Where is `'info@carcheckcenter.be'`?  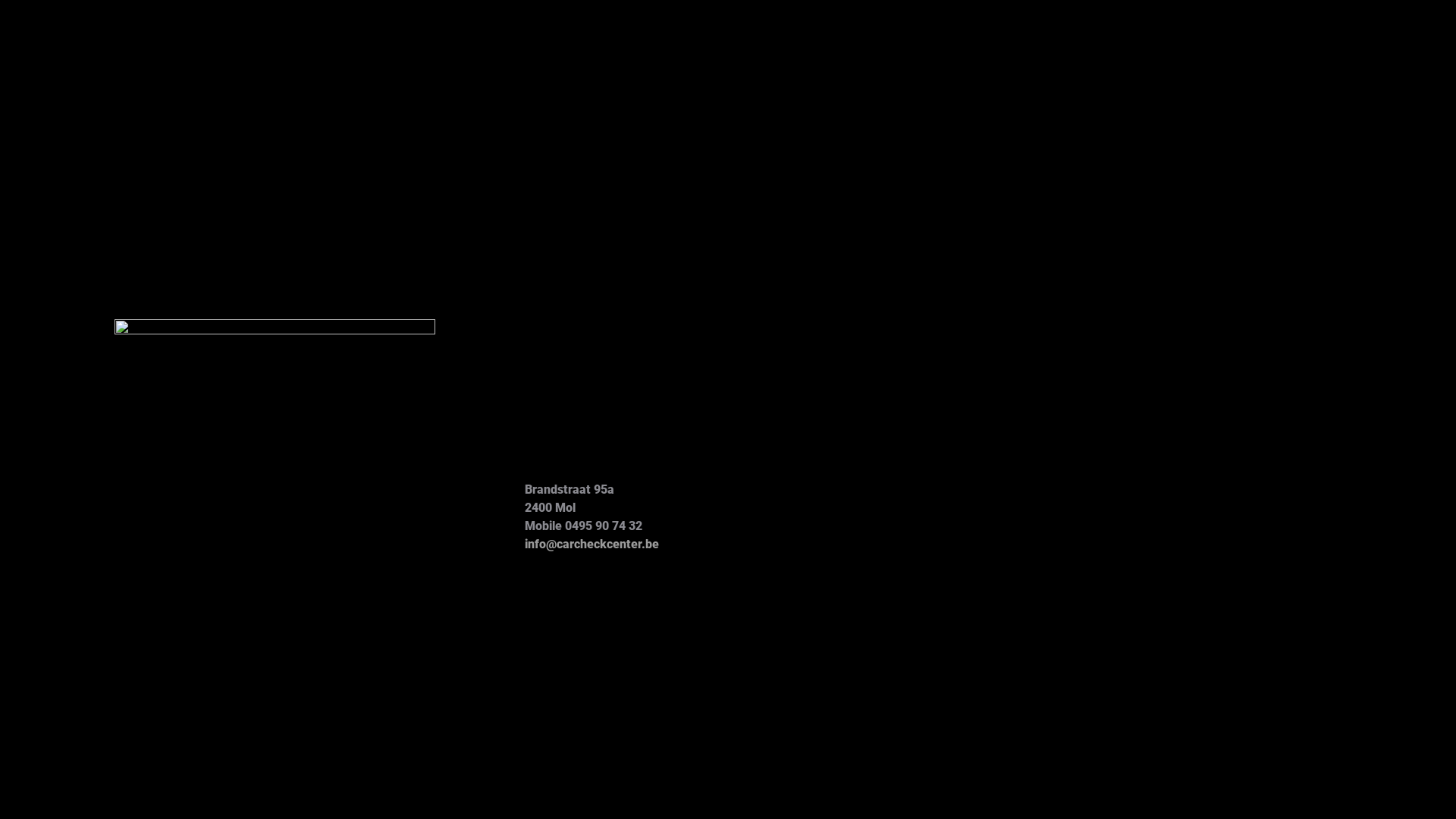 'info@carcheckcenter.be' is located at coordinates (591, 543).